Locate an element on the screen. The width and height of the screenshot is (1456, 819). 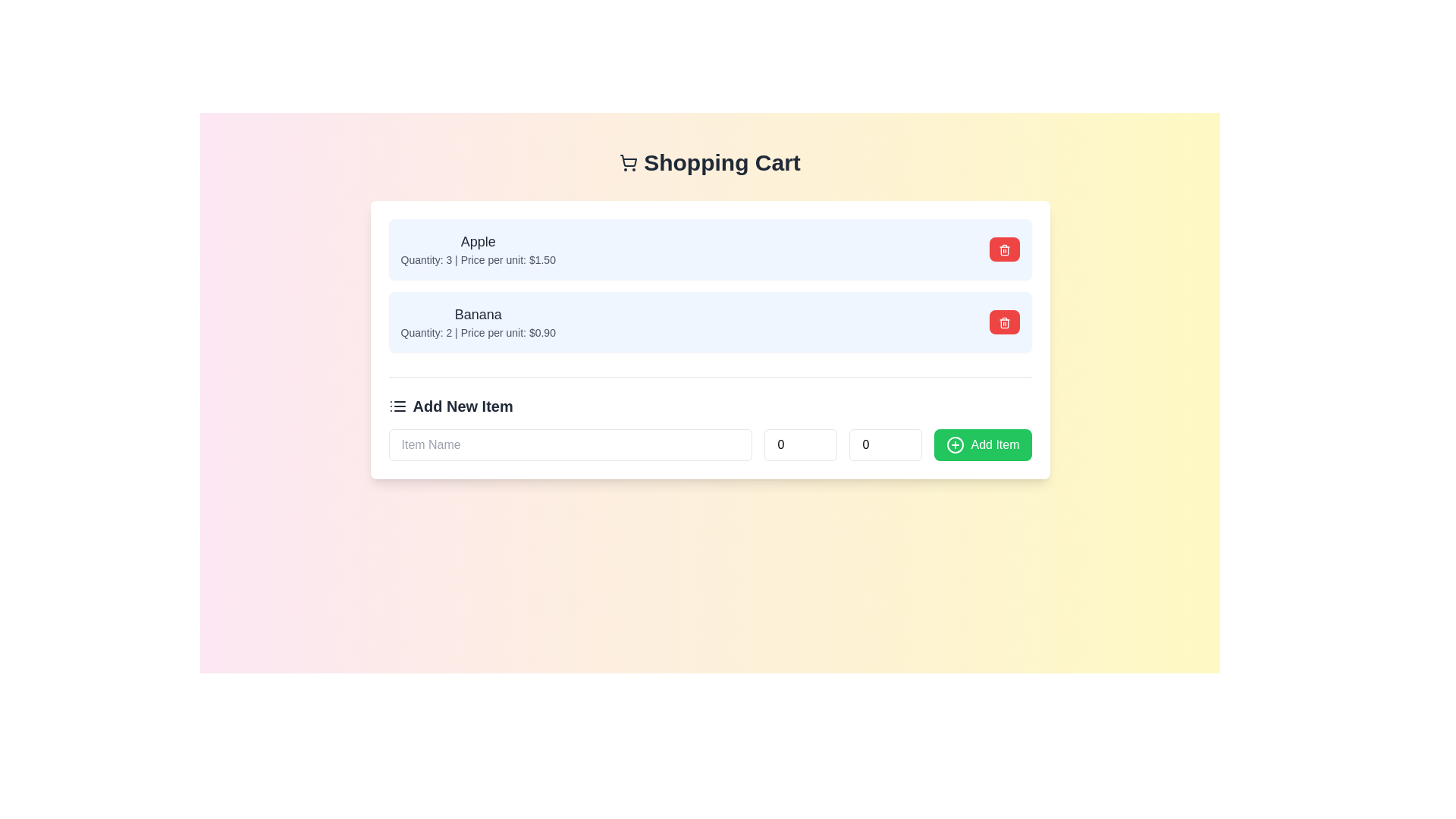
the shopping cart icon, which is a thin outlined icon with a rectangular body, handle, and two wheels, located to the left of the 'Shopping Cart' text in the upper section of the interface is located at coordinates (629, 163).